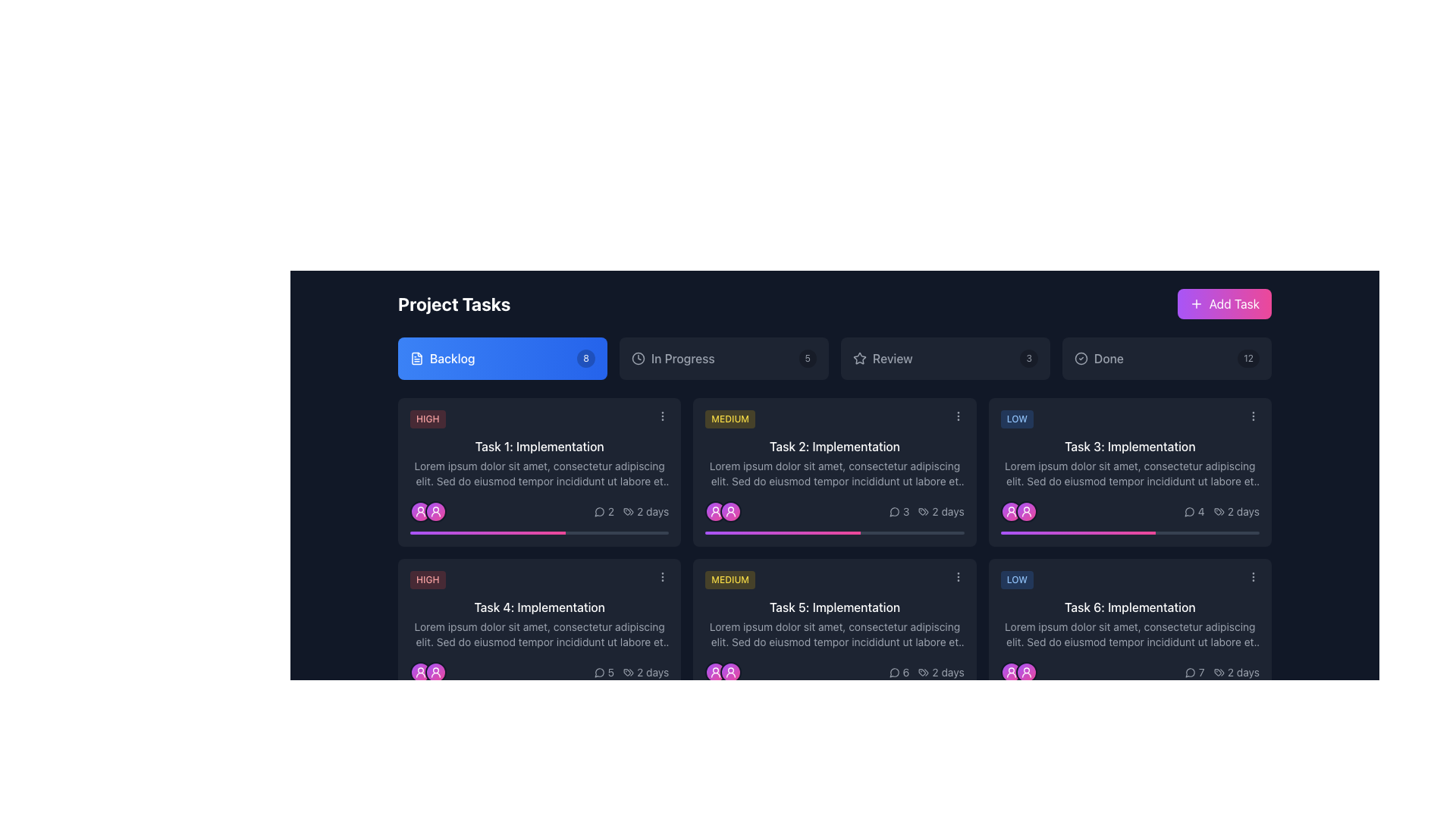  Describe the element at coordinates (715, 512) in the screenshot. I see `the leftmost avatar or profile icon located below the 'Task 2: Implementation' card` at that location.